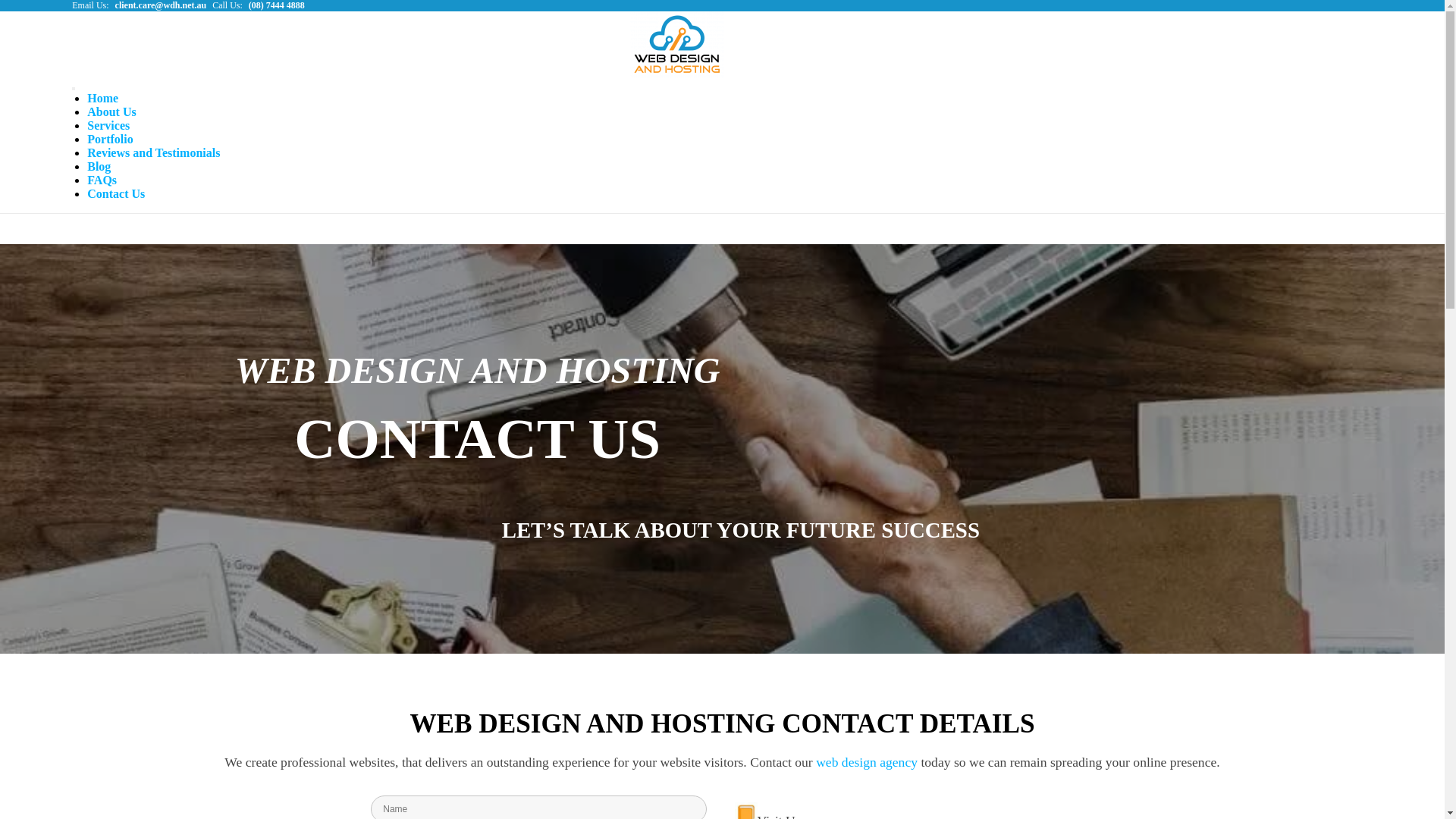  What do you see at coordinates (102, 98) in the screenshot?
I see `'Home'` at bounding box center [102, 98].